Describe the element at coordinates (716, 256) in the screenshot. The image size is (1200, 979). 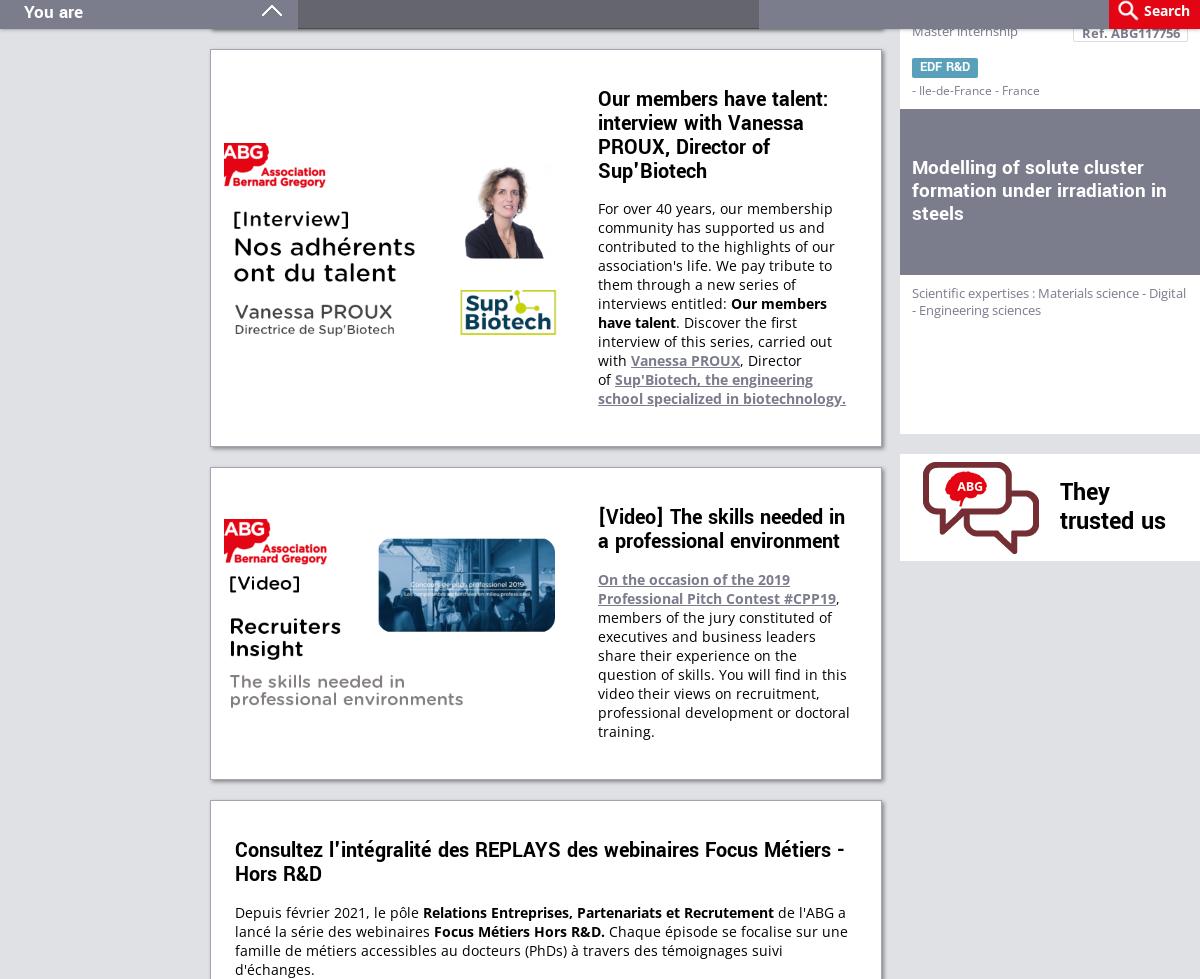
I see `'For over 40 years, our membership community has supported us and contributed to the highlights of our association's life. We pay tribute to them through a new series of interviews entitled:'` at that location.